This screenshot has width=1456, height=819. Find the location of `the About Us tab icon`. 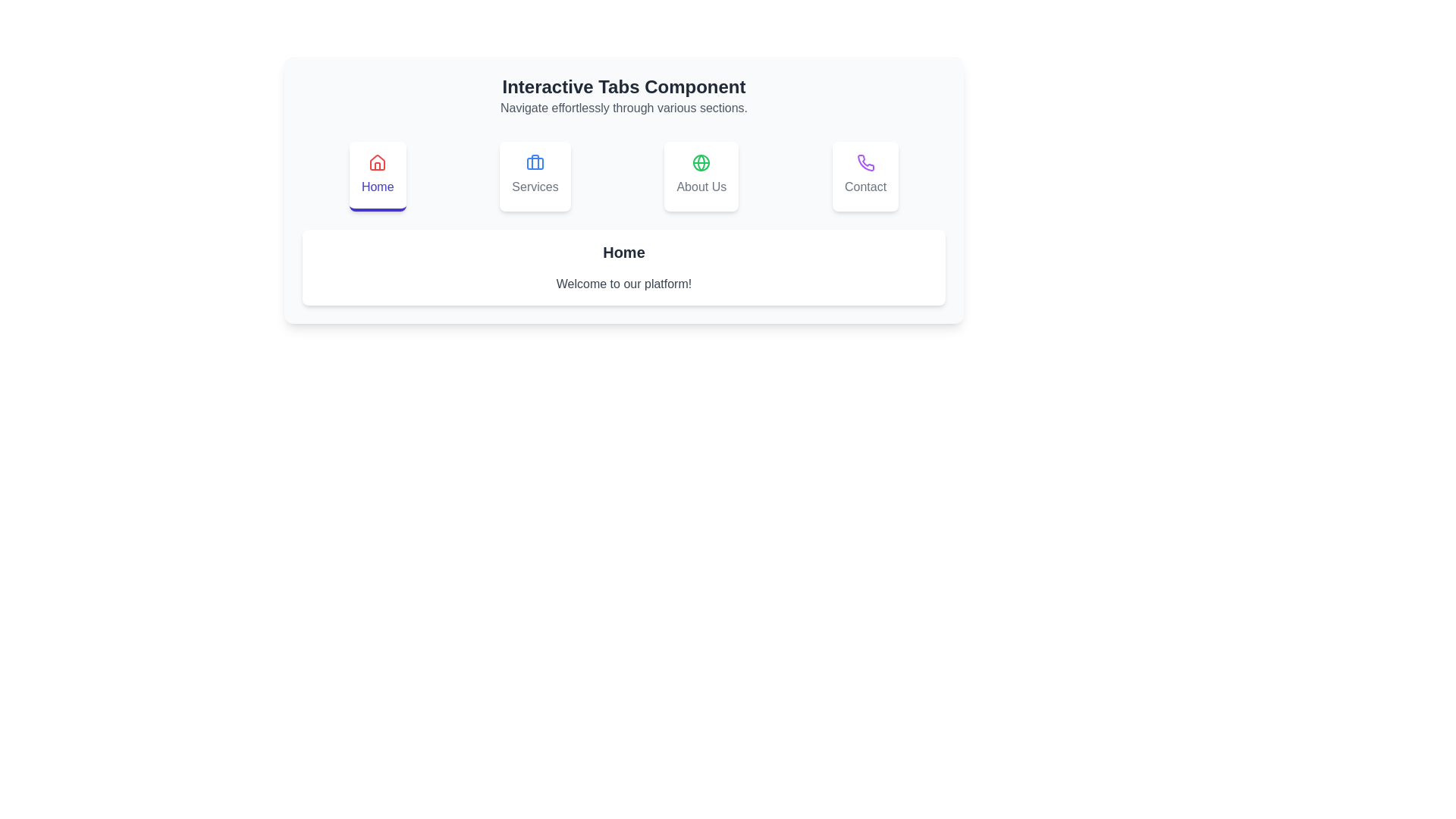

the About Us tab icon is located at coordinates (701, 175).